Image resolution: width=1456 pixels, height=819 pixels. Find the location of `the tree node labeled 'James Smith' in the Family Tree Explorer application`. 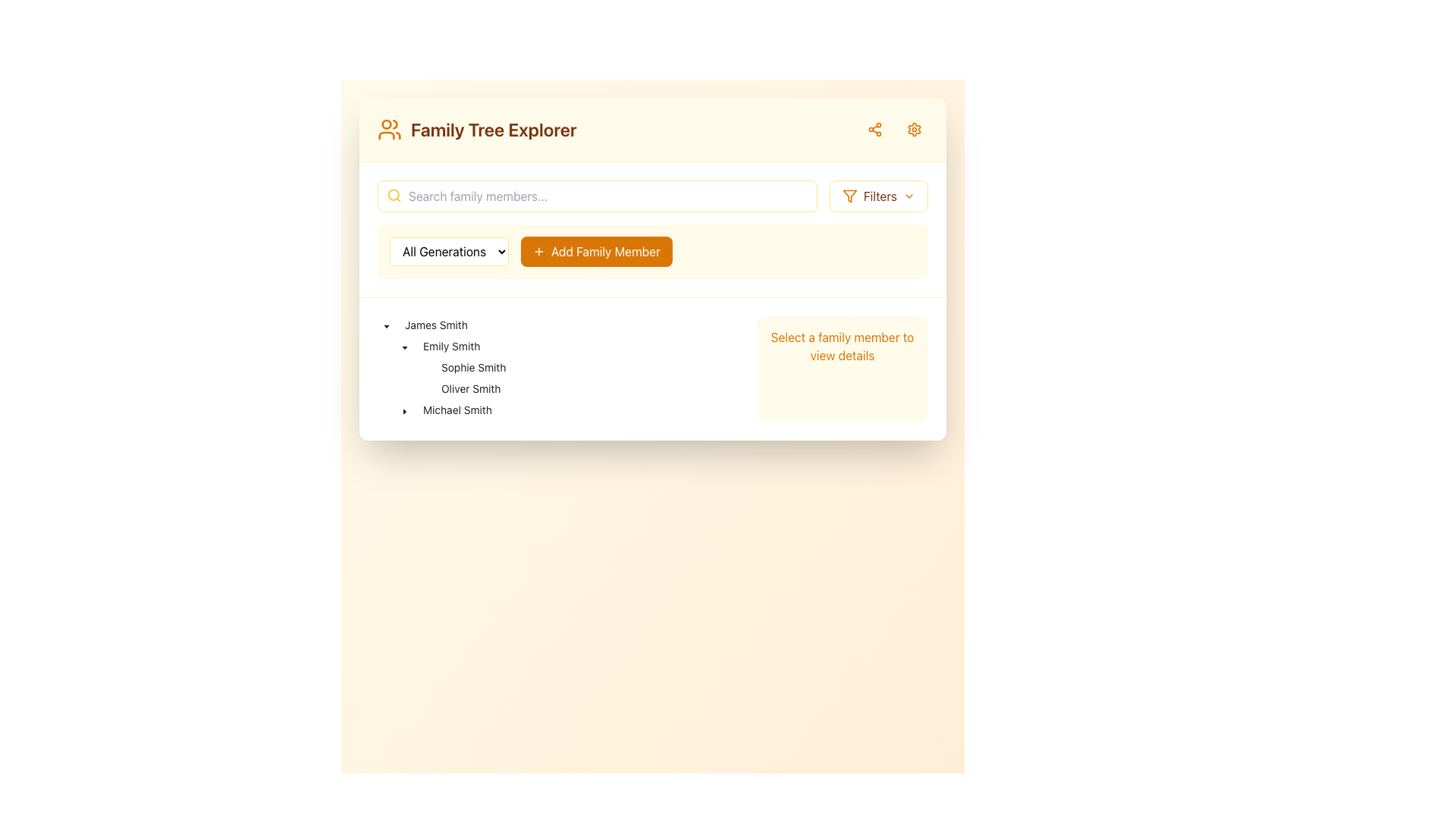

the tree node labeled 'James Smith' in the Family Tree Explorer application is located at coordinates (435, 324).